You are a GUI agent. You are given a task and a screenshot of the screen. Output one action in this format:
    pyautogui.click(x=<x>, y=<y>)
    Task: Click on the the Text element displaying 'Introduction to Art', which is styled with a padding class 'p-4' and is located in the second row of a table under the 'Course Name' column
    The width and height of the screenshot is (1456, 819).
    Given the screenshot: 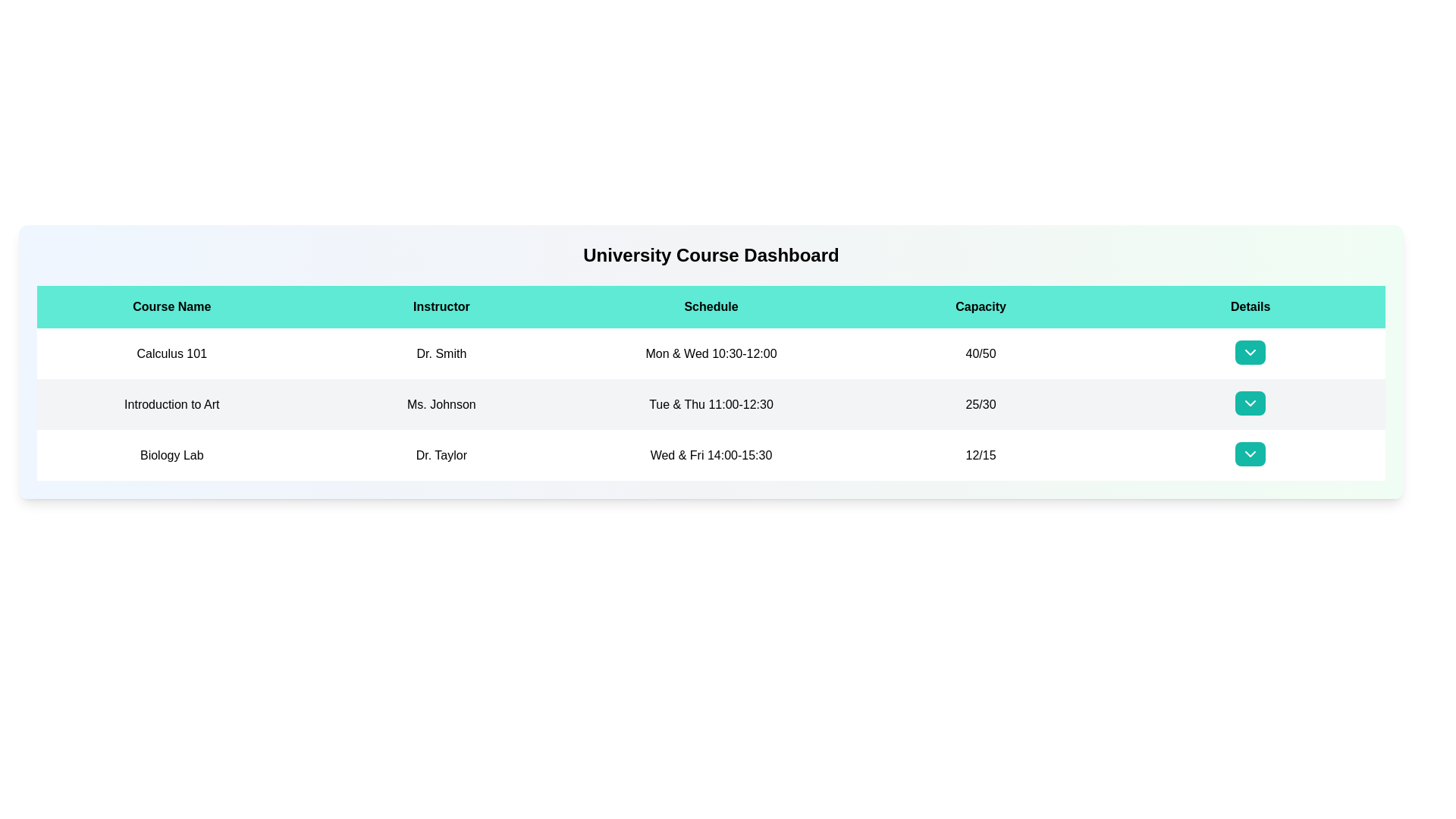 What is the action you would take?
    pyautogui.click(x=171, y=403)
    